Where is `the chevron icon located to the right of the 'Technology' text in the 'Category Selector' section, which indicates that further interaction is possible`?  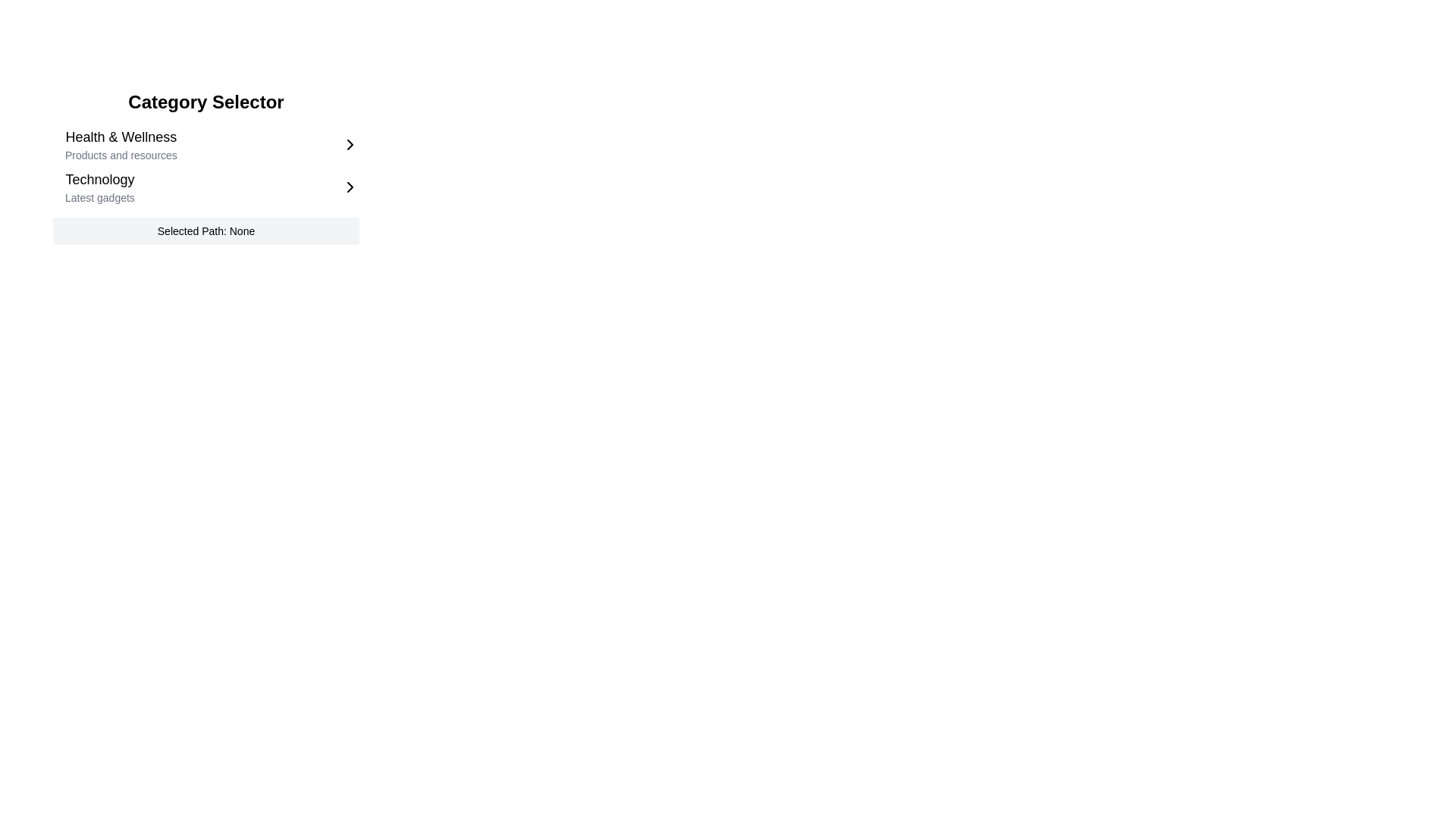 the chevron icon located to the right of the 'Technology' text in the 'Category Selector' section, which indicates that further interaction is possible is located at coordinates (349, 186).